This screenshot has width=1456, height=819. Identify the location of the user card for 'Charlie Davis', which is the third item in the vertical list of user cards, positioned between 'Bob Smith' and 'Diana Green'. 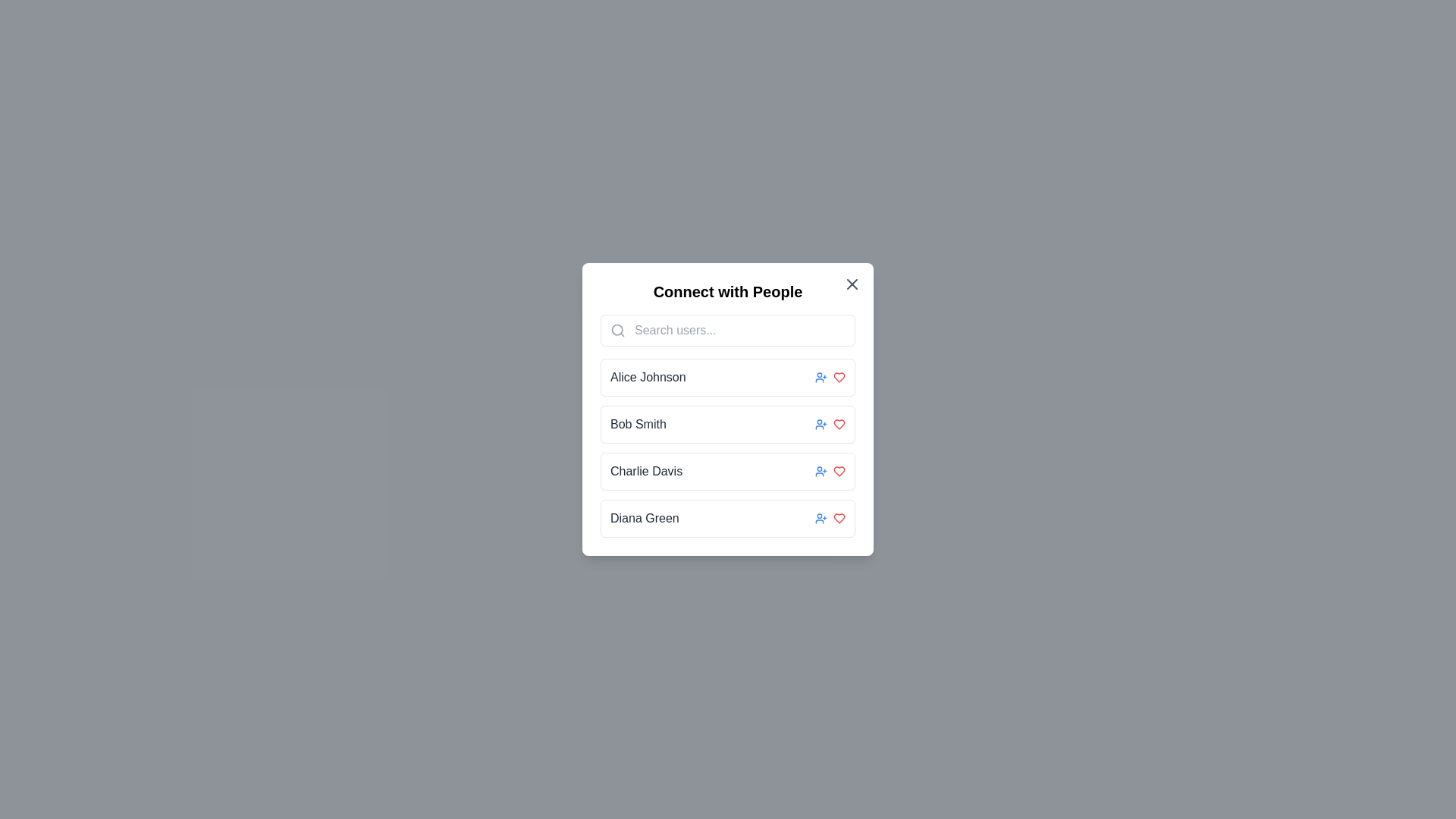
(728, 470).